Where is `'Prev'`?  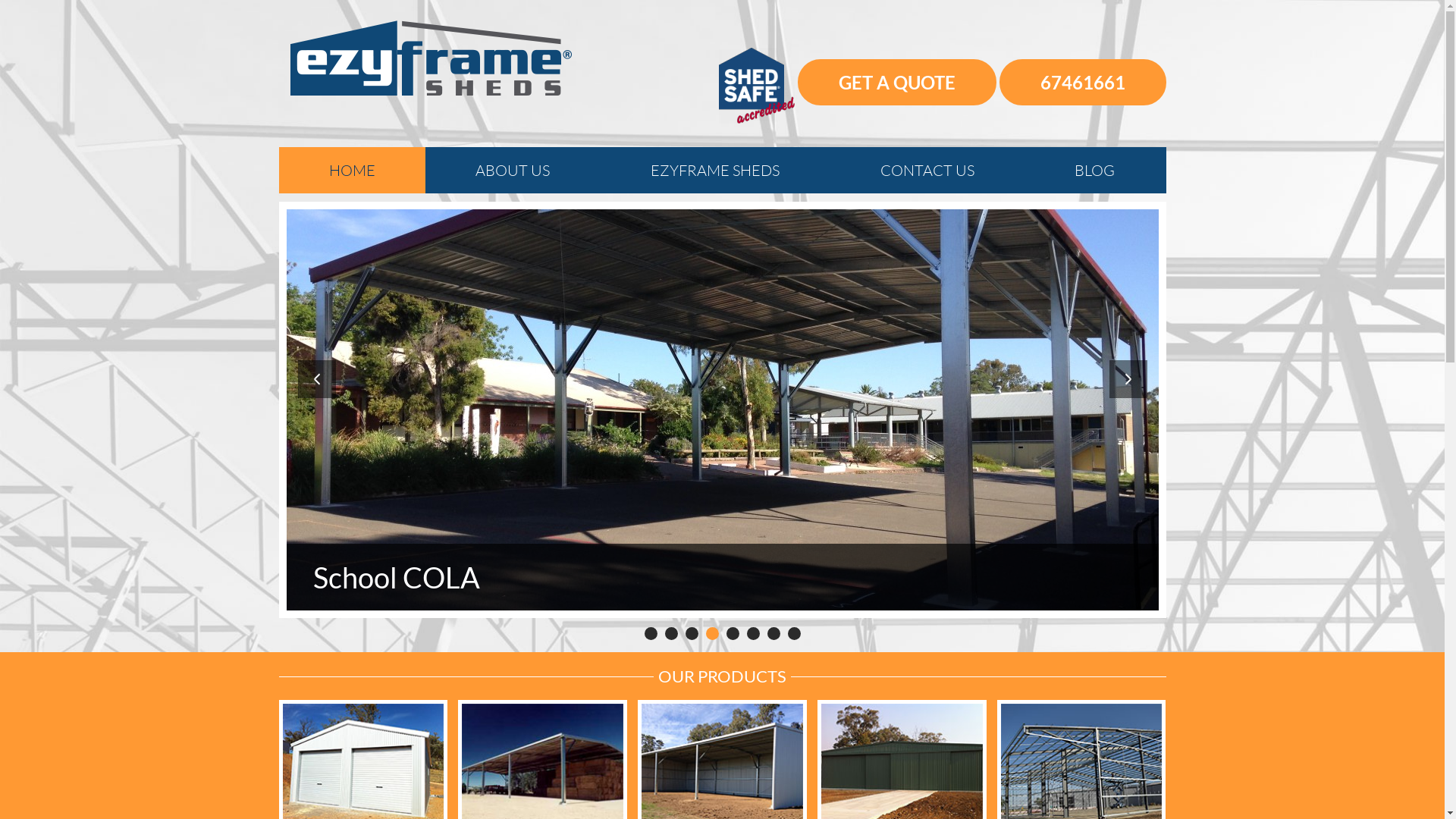 'Prev' is located at coordinates (315, 378).